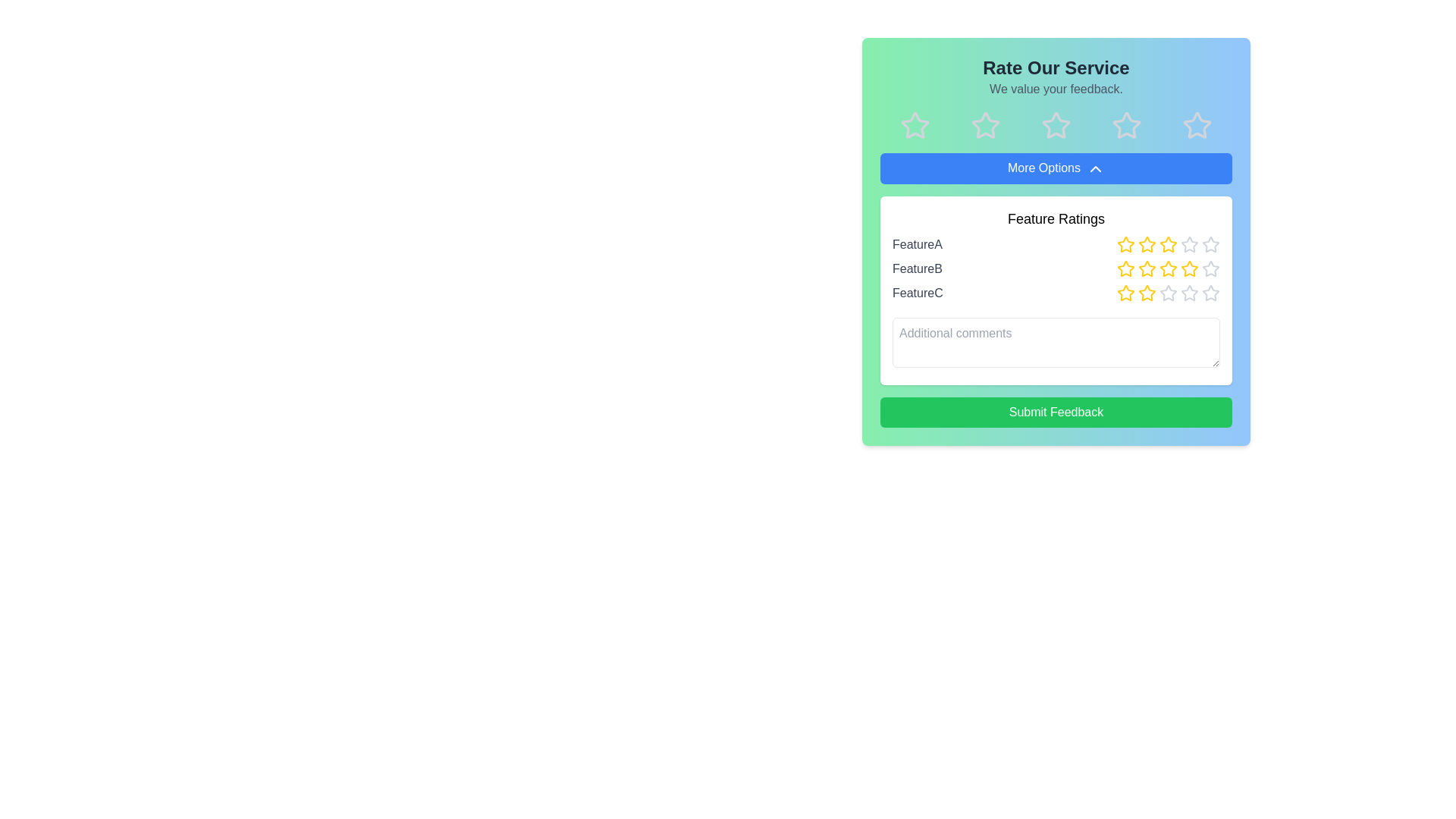 This screenshot has width=1456, height=819. What do you see at coordinates (1147, 243) in the screenshot?
I see `the fourth filled yellow star icon in the rating bar associated with 'FeatureA'` at bounding box center [1147, 243].